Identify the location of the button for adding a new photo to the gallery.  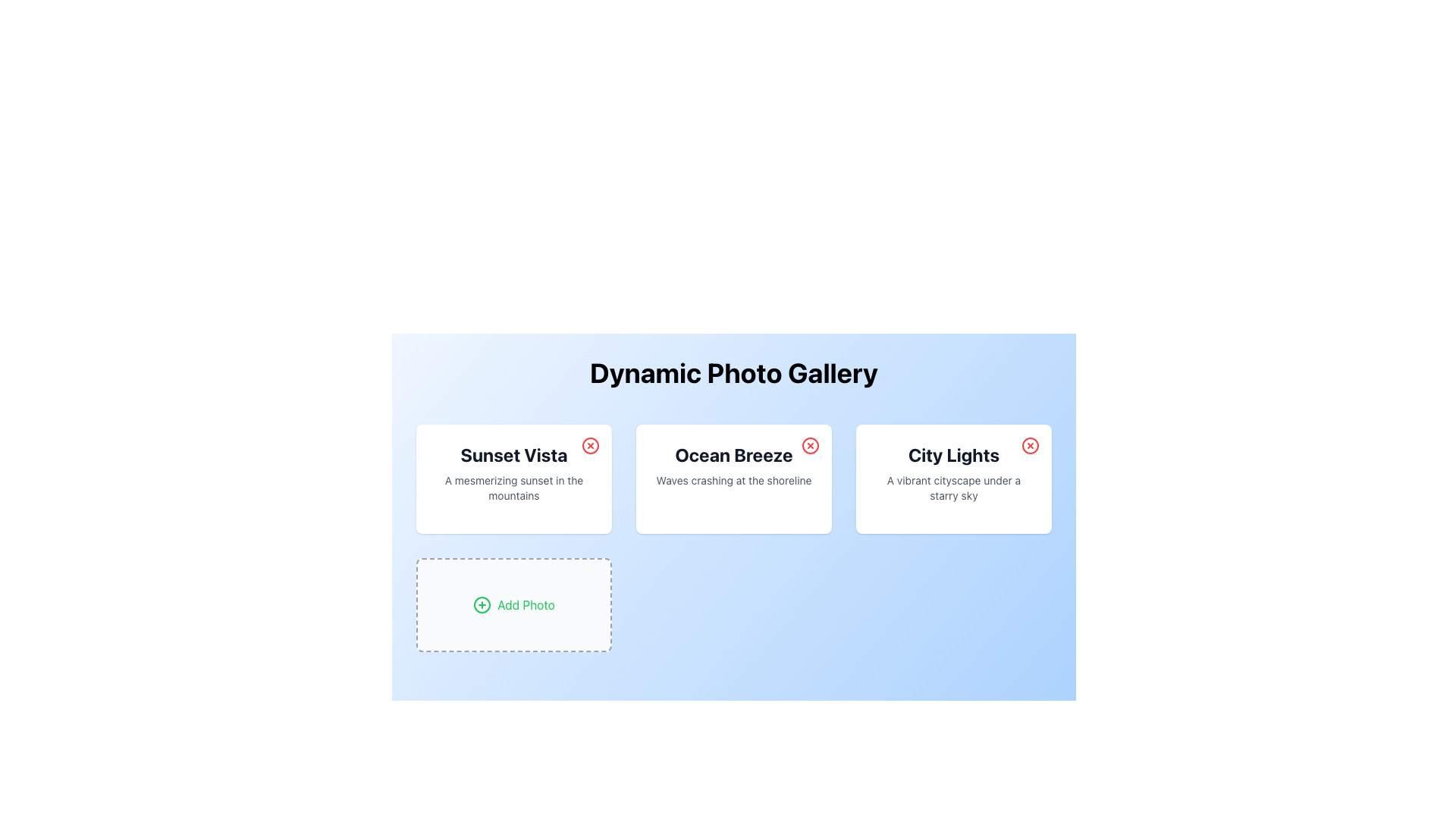
(513, 604).